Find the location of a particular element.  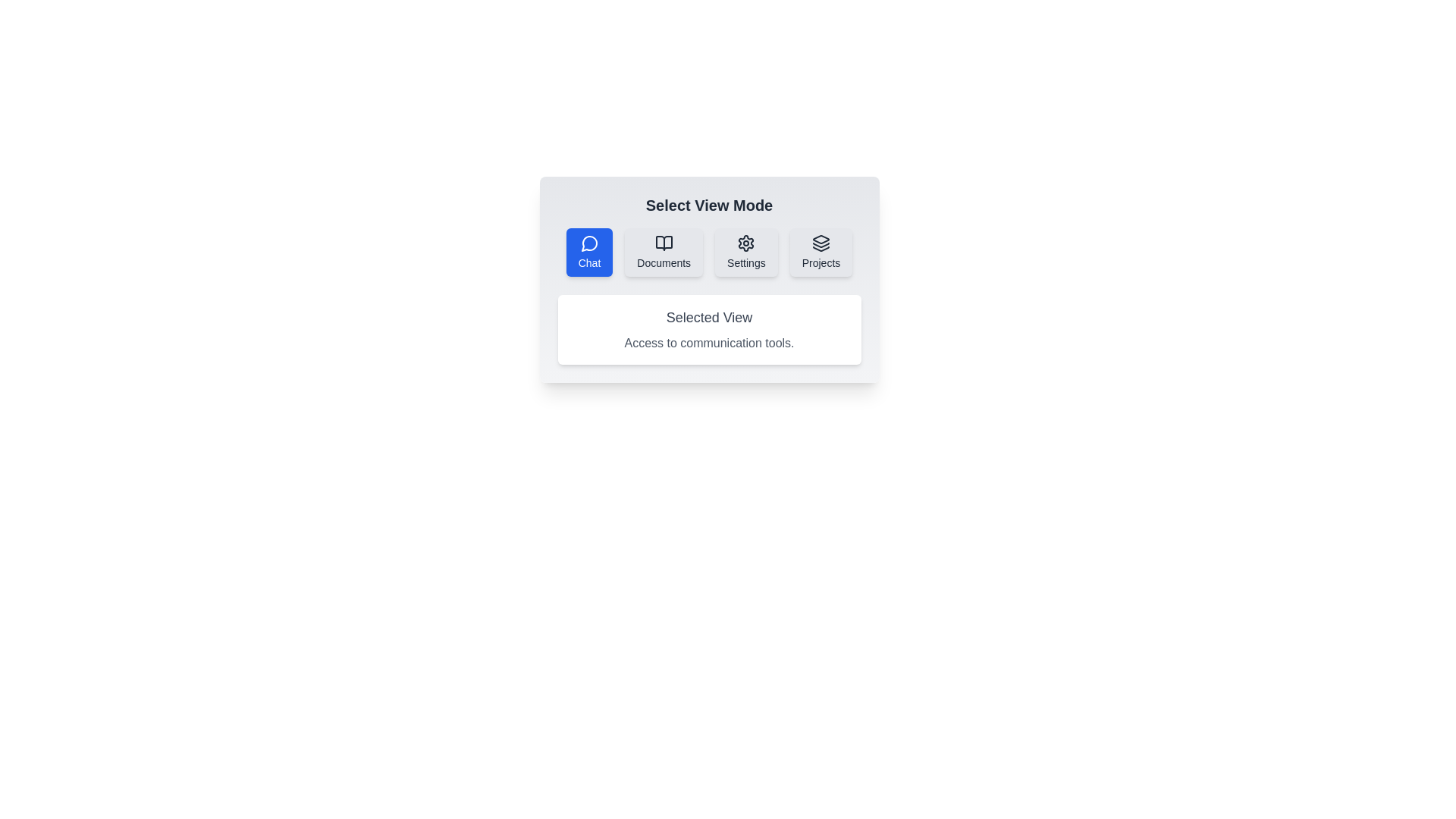

the button labeled 'Settings' to observe its hover effect is located at coordinates (746, 251).